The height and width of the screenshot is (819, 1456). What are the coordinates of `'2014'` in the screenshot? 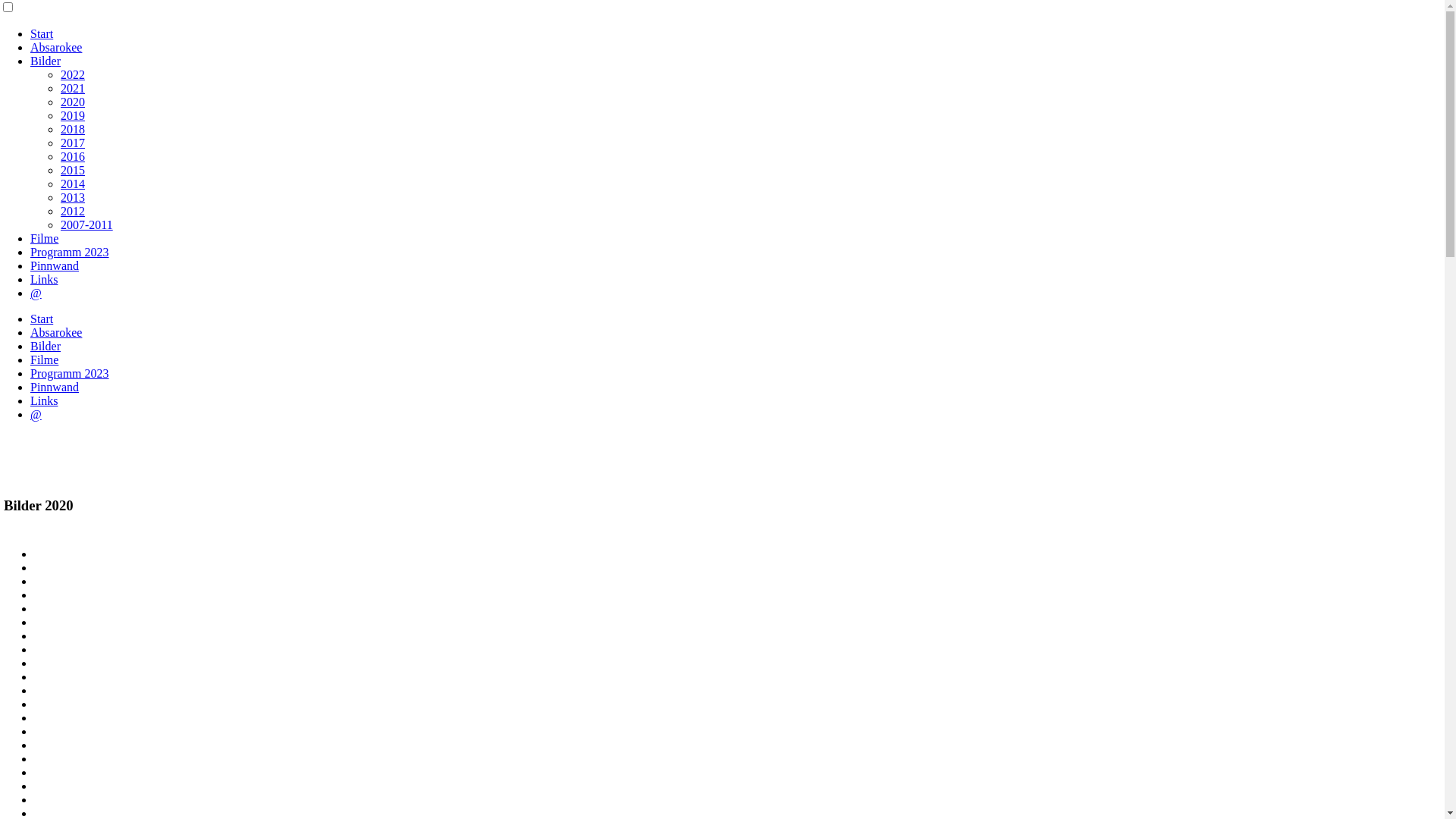 It's located at (61, 183).